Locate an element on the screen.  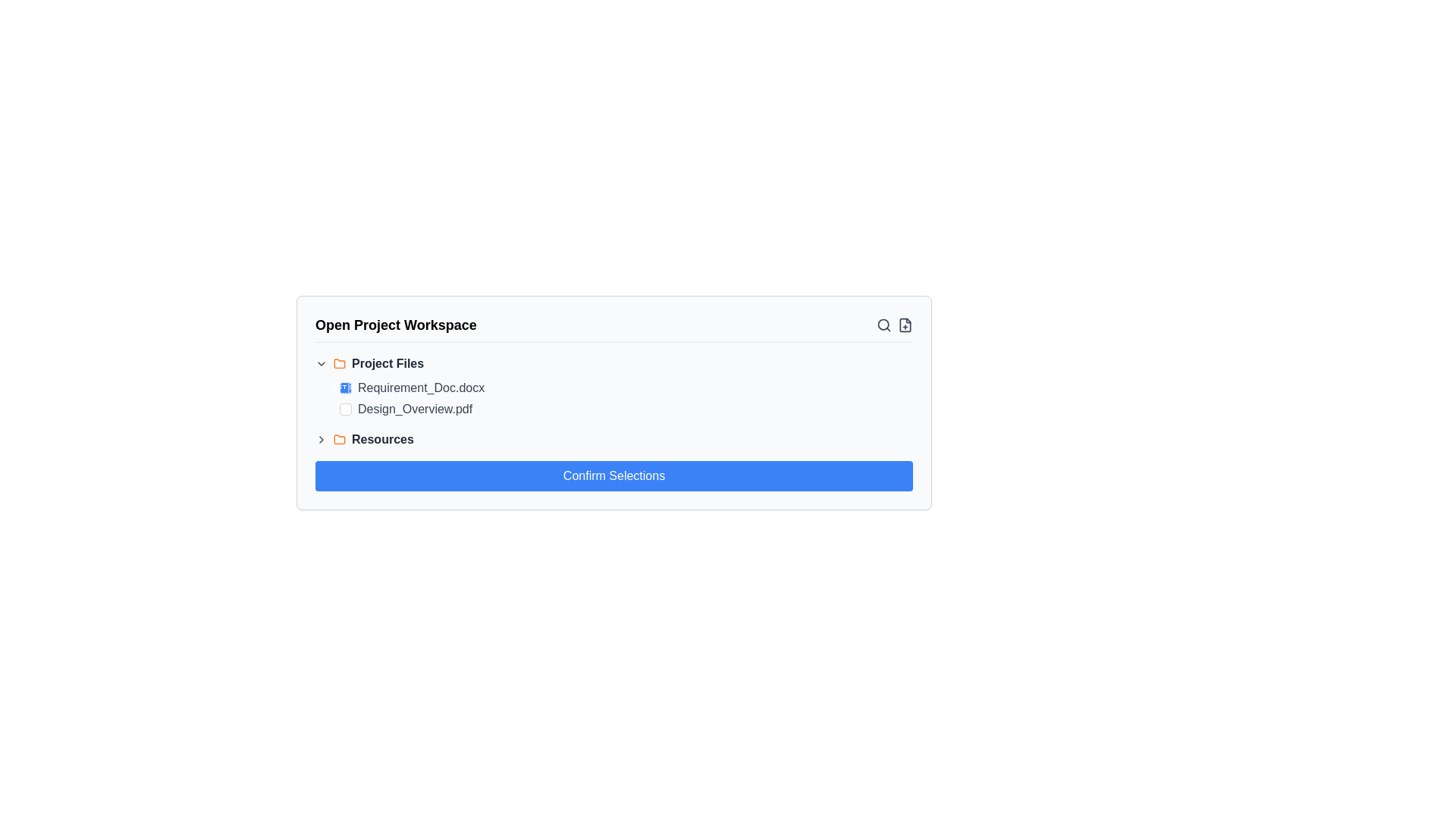
the 'Project Files' text label header is located at coordinates (388, 363).